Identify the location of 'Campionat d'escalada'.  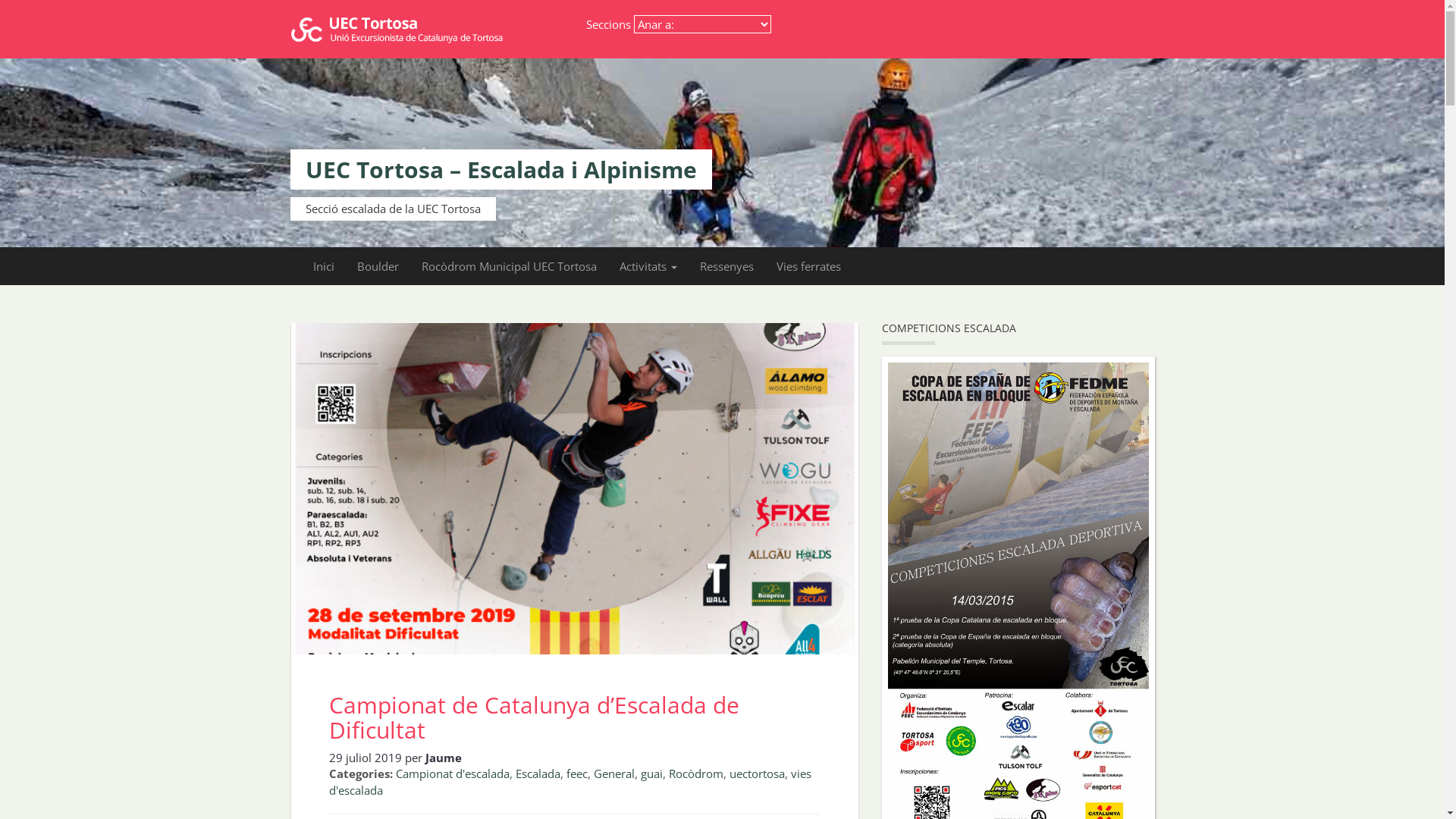
(451, 773).